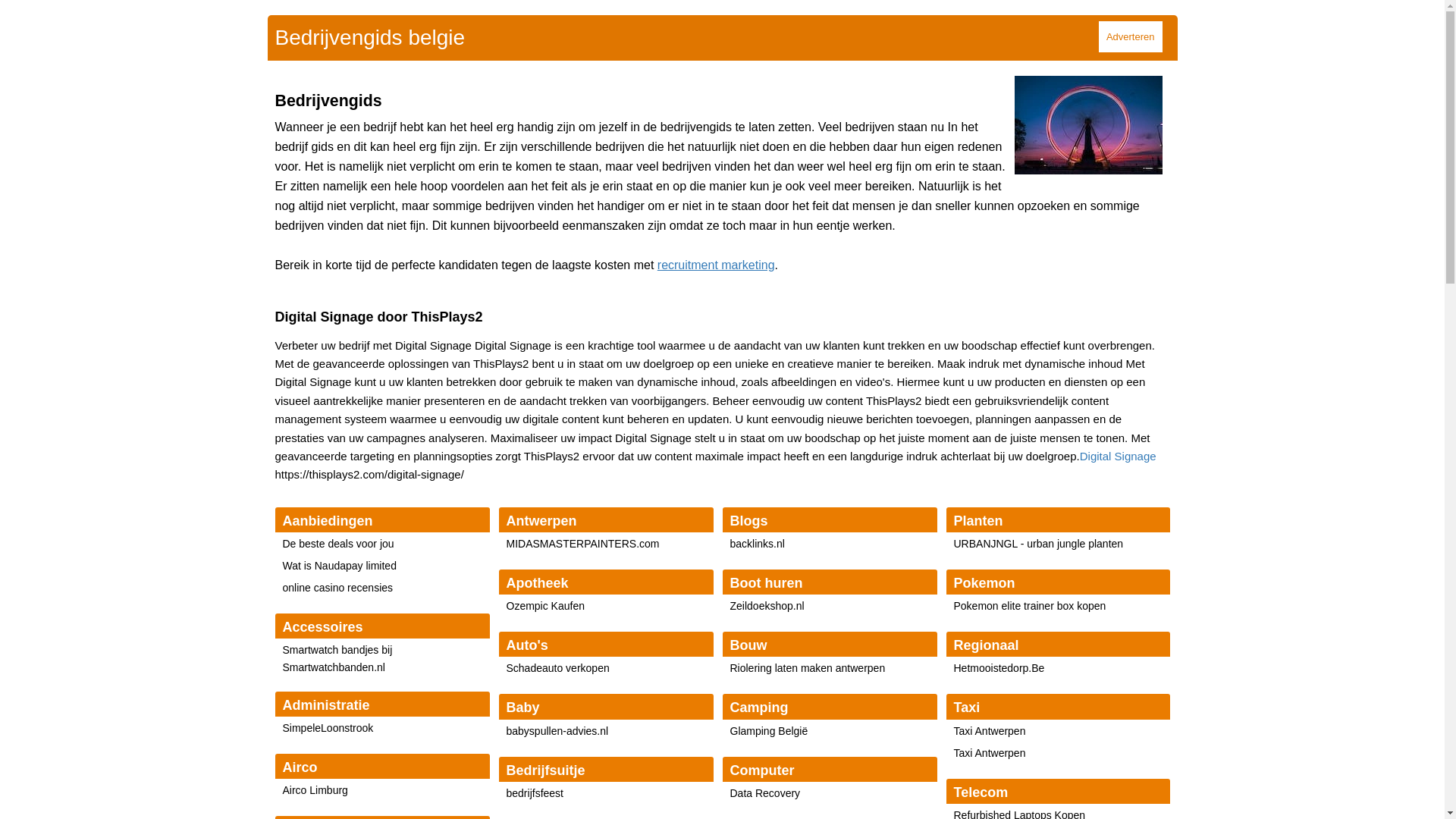 This screenshot has height=819, width=1456. Describe the element at coordinates (535, 792) in the screenshot. I see `'bedrijfsfeest'` at that location.